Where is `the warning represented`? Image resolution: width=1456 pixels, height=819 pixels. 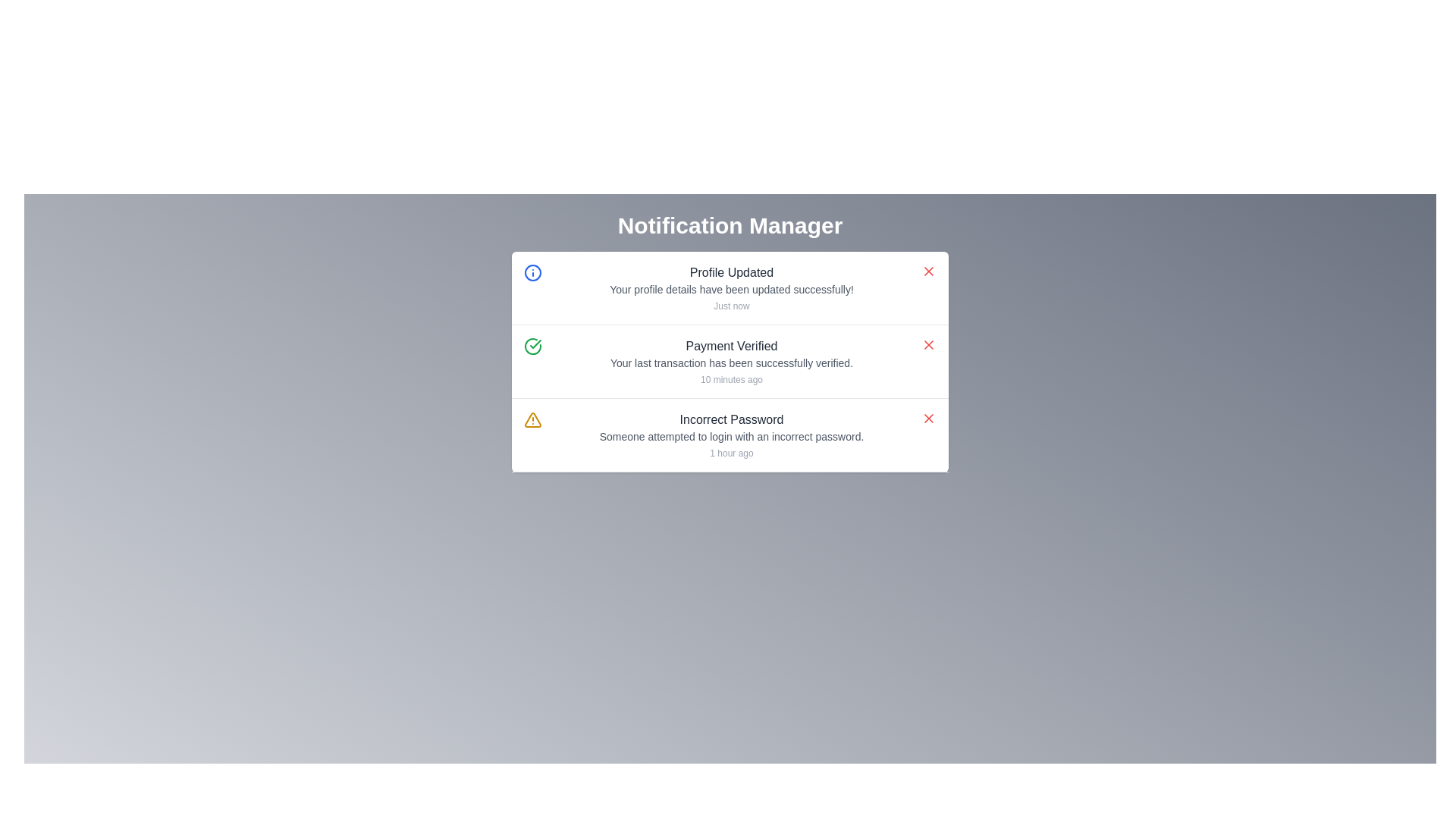 the warning represented is located at coordinates (532, 420).